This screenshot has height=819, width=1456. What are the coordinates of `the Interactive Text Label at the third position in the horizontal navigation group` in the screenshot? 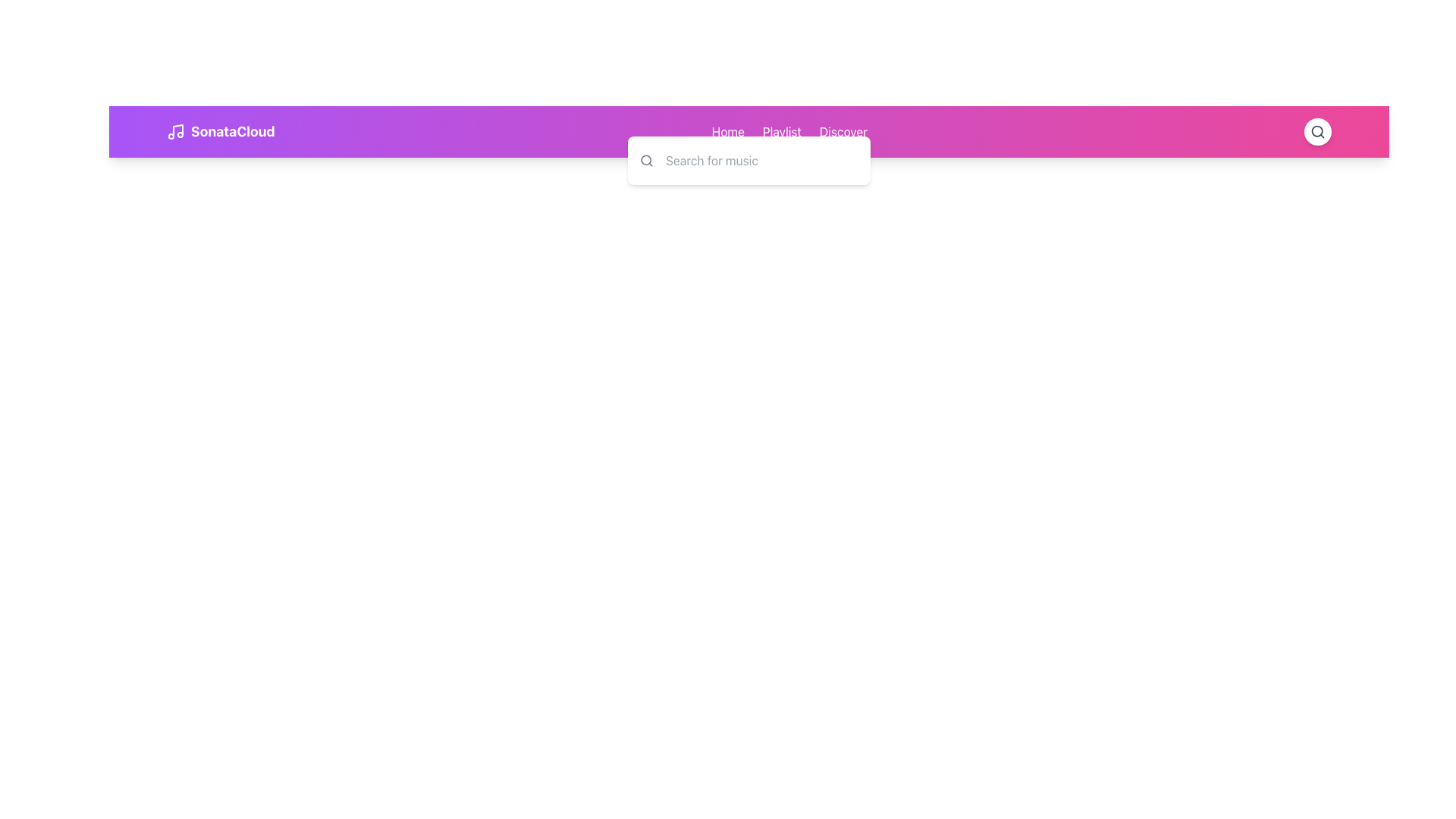 It's located at (843, 130).